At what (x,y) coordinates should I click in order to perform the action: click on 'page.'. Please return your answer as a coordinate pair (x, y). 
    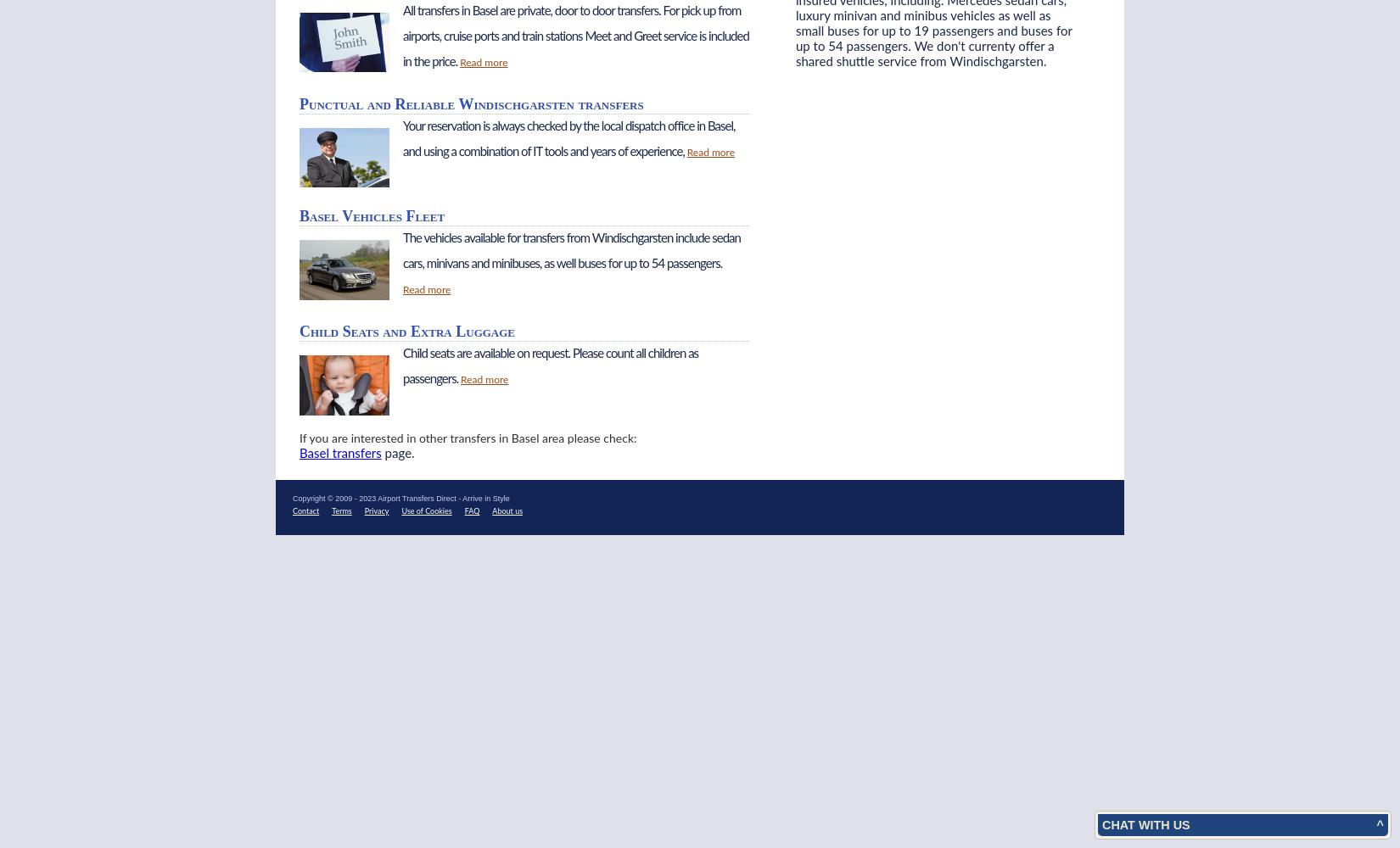
    Looking at the image, I should click on (396, 453).